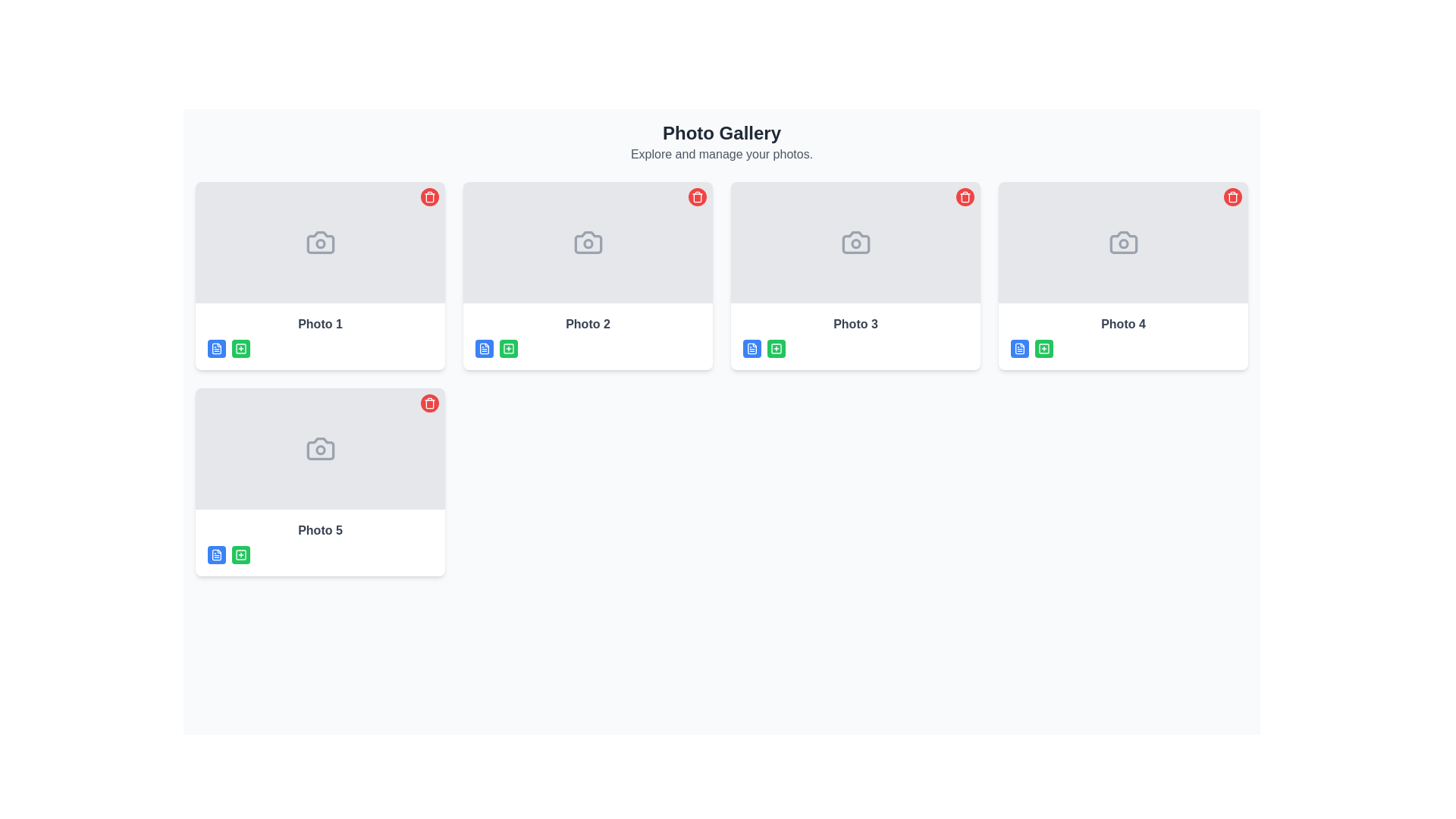  I want to click on the title of the photo placeholder in the gallery application, so click(1123, 335).